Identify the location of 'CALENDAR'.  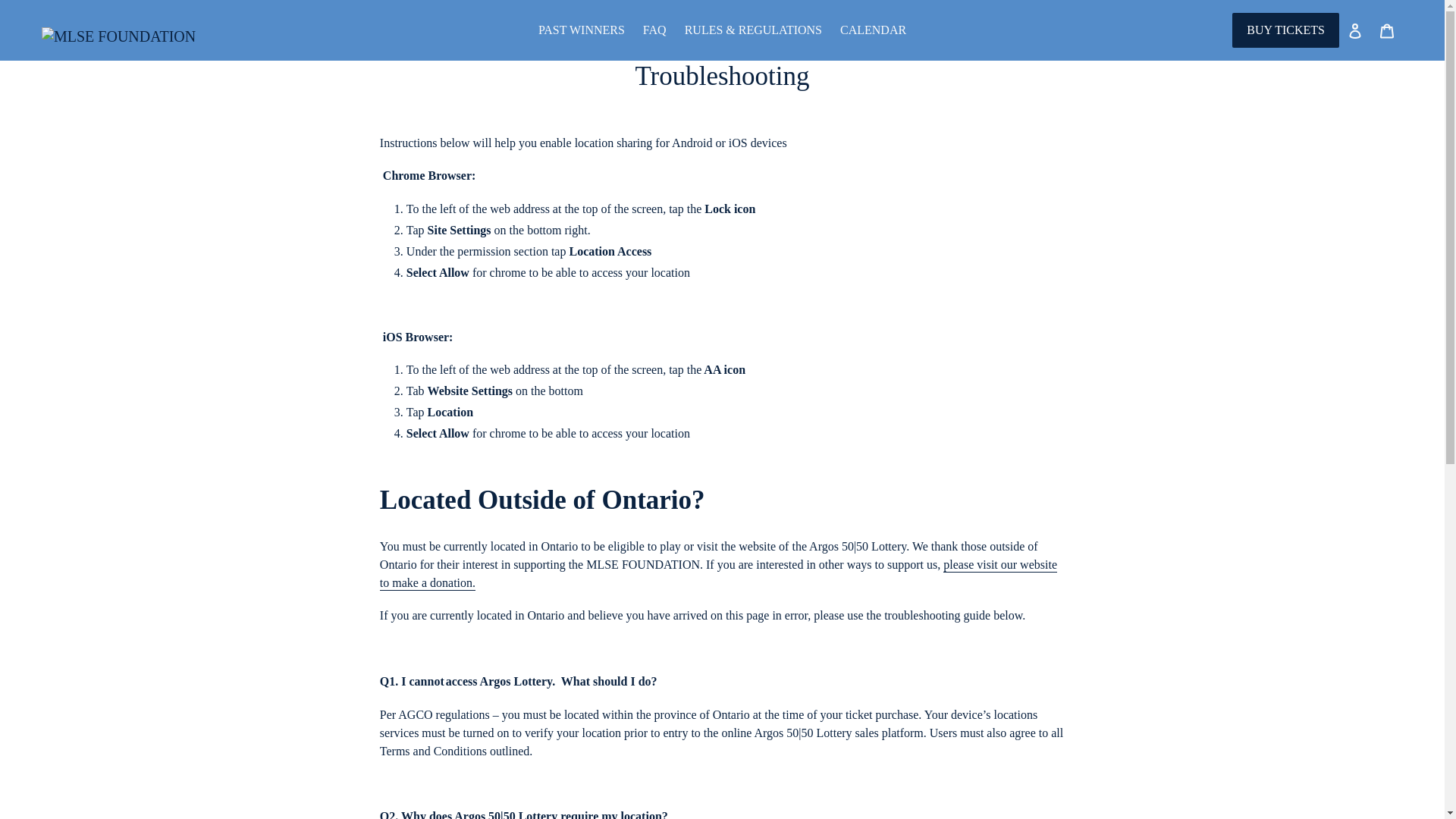
(873, 30).